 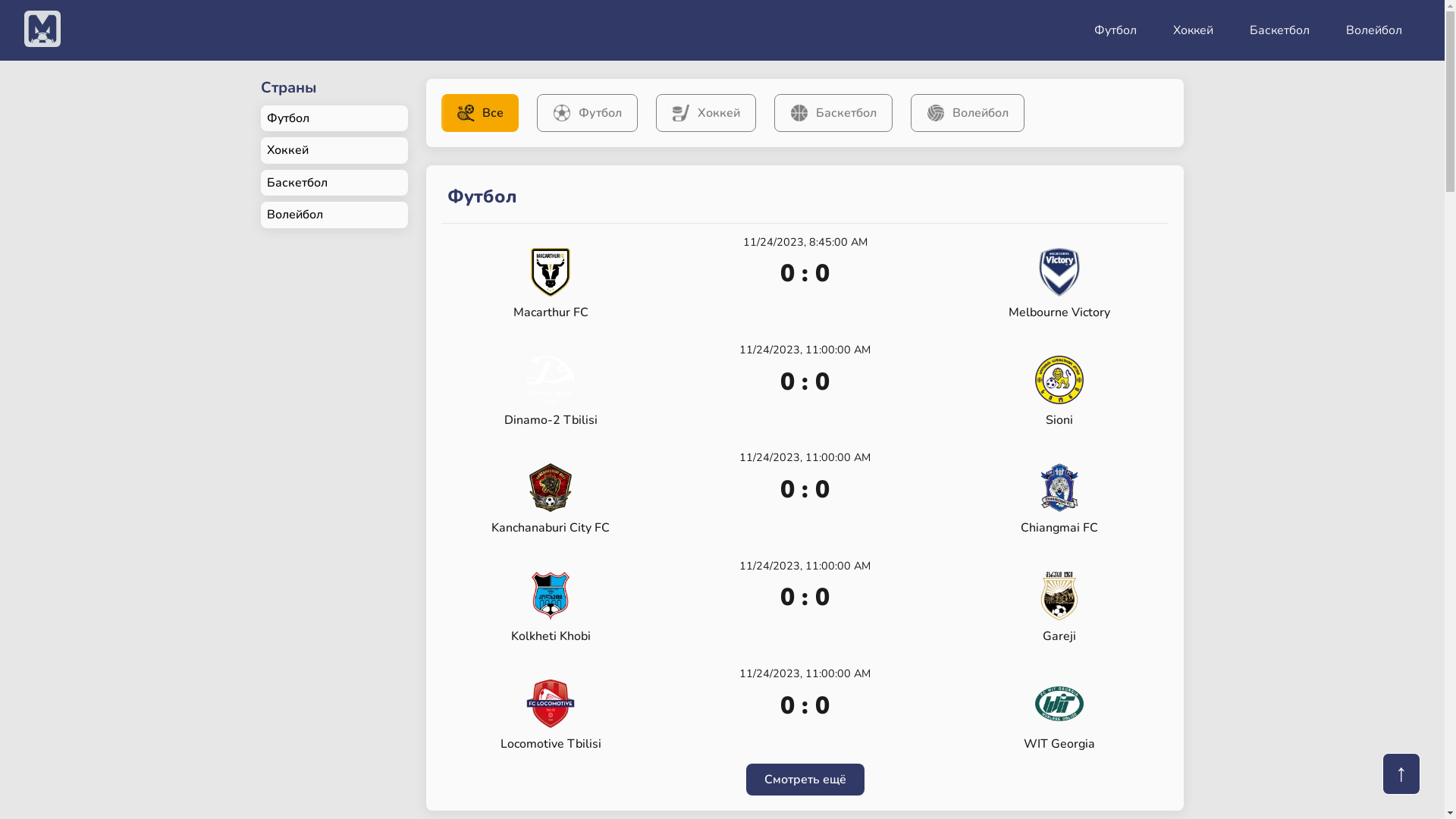 I want to click on 'Kolkheti Khobi', so click(x=549, y=607).